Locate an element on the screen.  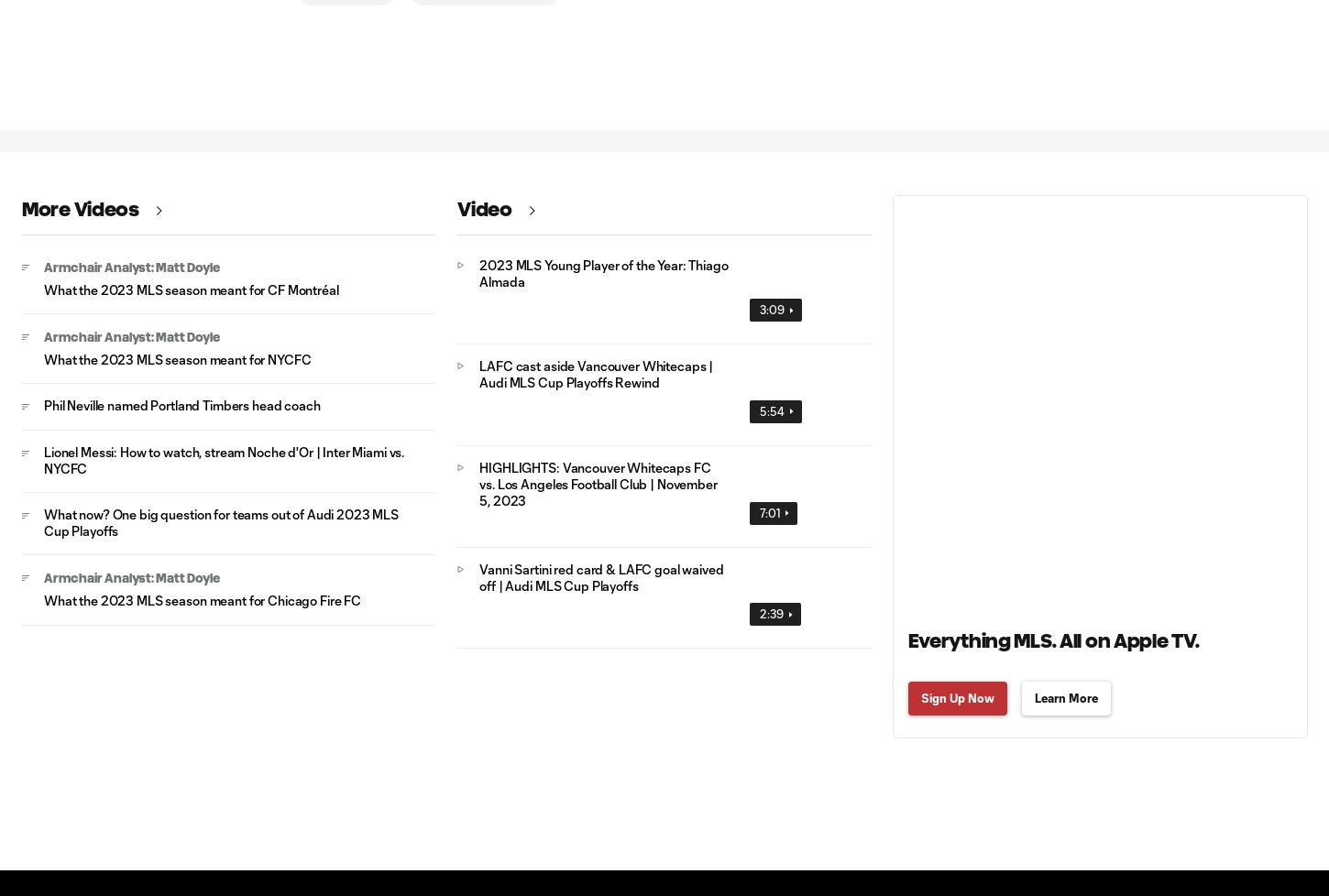
'2:39' is located at coordinates (770, 614).